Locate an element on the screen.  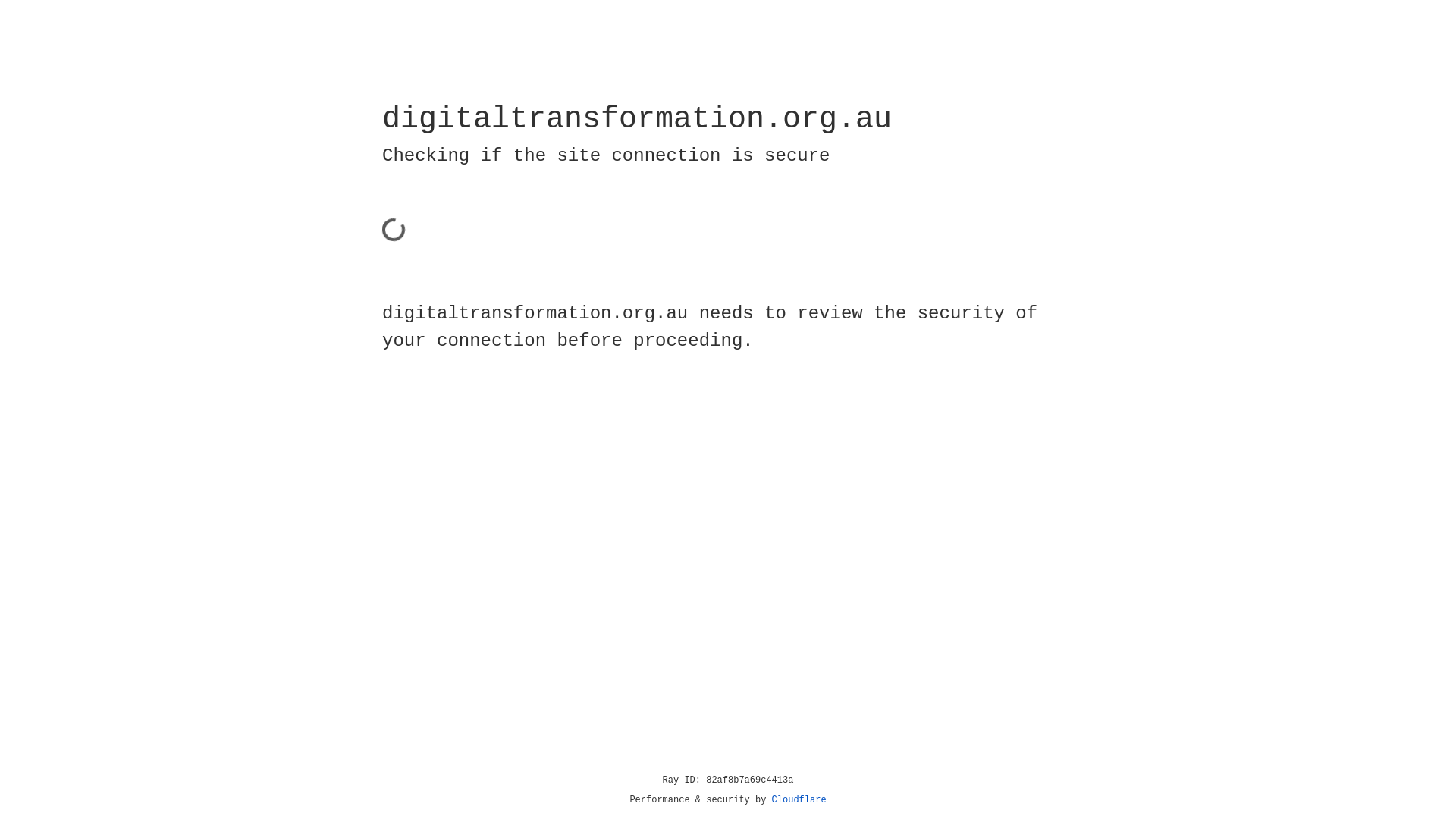
'Cloudflare' is located at coordinates (799, 799).